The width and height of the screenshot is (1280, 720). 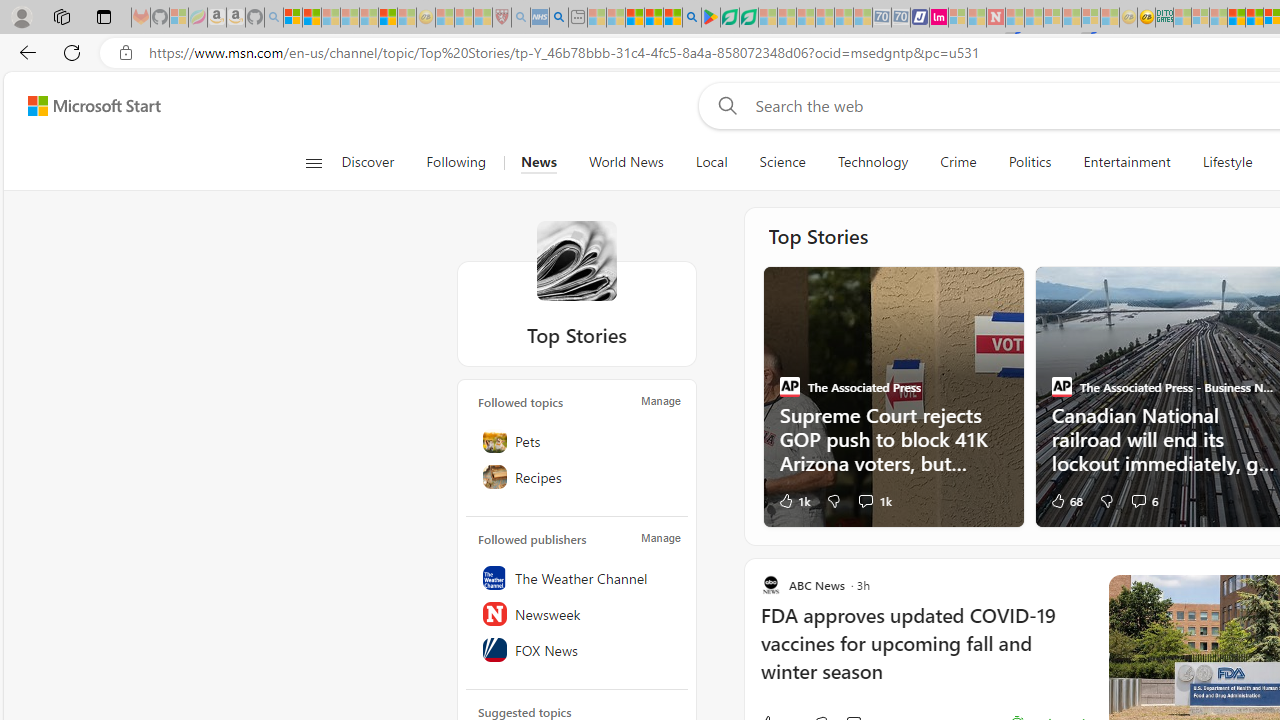 What do you see at coordinates (576, 577) in the screenshot?
I see `'The Weather Channel'` at bounding box center [576, 577].